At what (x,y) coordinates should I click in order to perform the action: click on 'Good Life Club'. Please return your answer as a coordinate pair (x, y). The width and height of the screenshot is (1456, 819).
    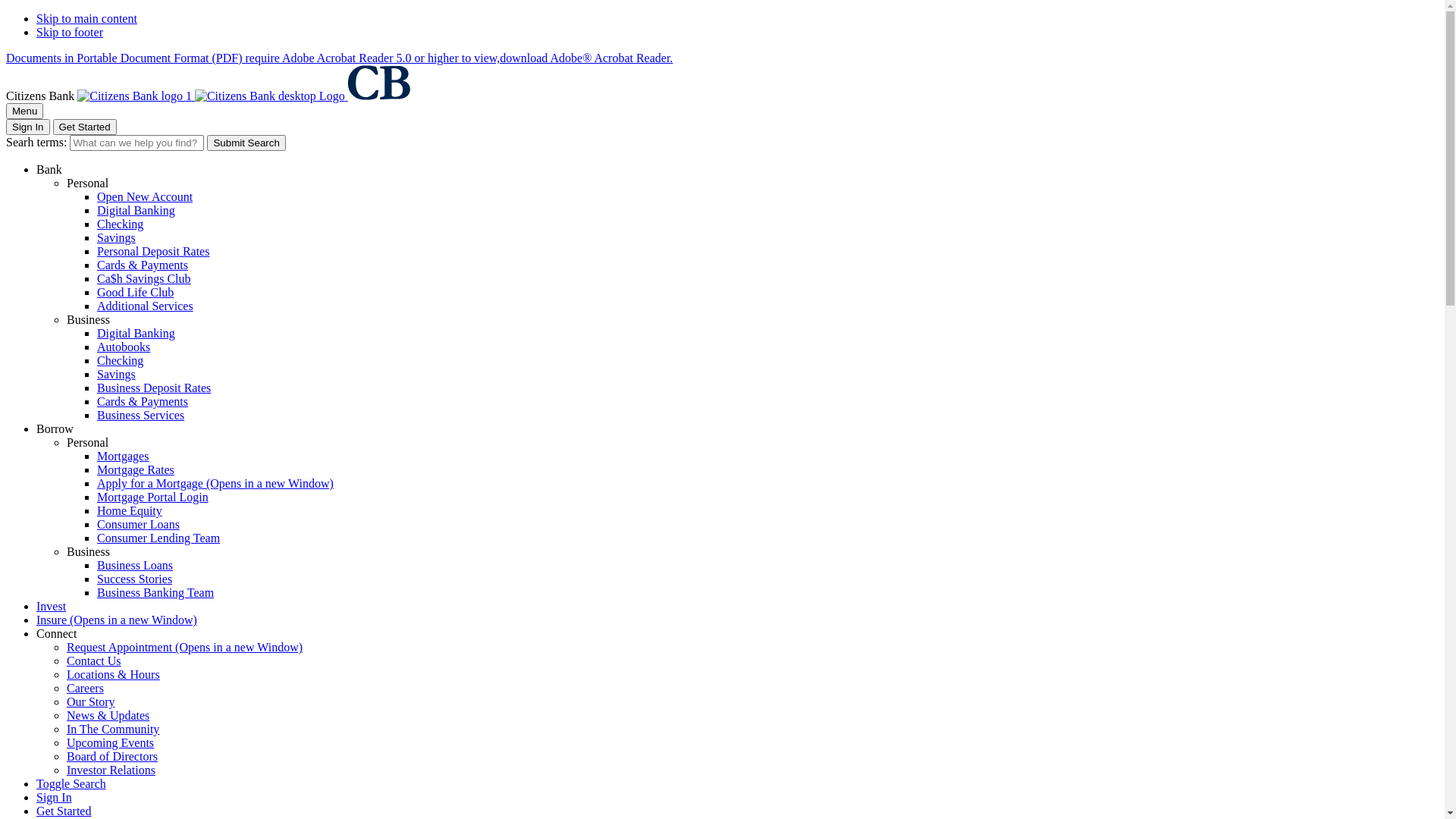
    Looking at the image, I should click on (135, 292).